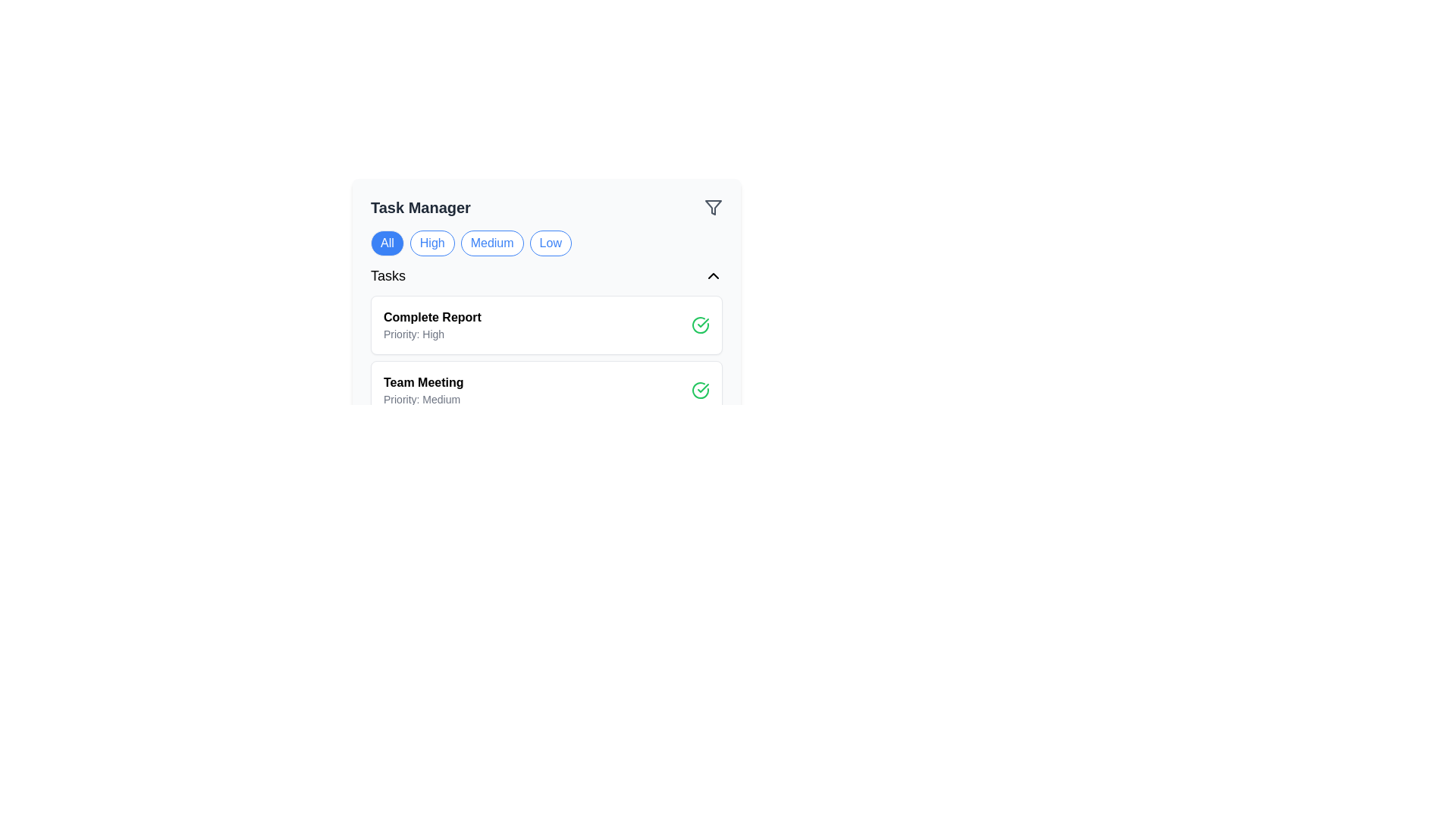 Image resolution: width=1456 pixels, height=819 pixels. I want to click on text label 'Task Manager' that is styled in bold and dark gray, located at the top-left of the task management interface, so click(420, 207).